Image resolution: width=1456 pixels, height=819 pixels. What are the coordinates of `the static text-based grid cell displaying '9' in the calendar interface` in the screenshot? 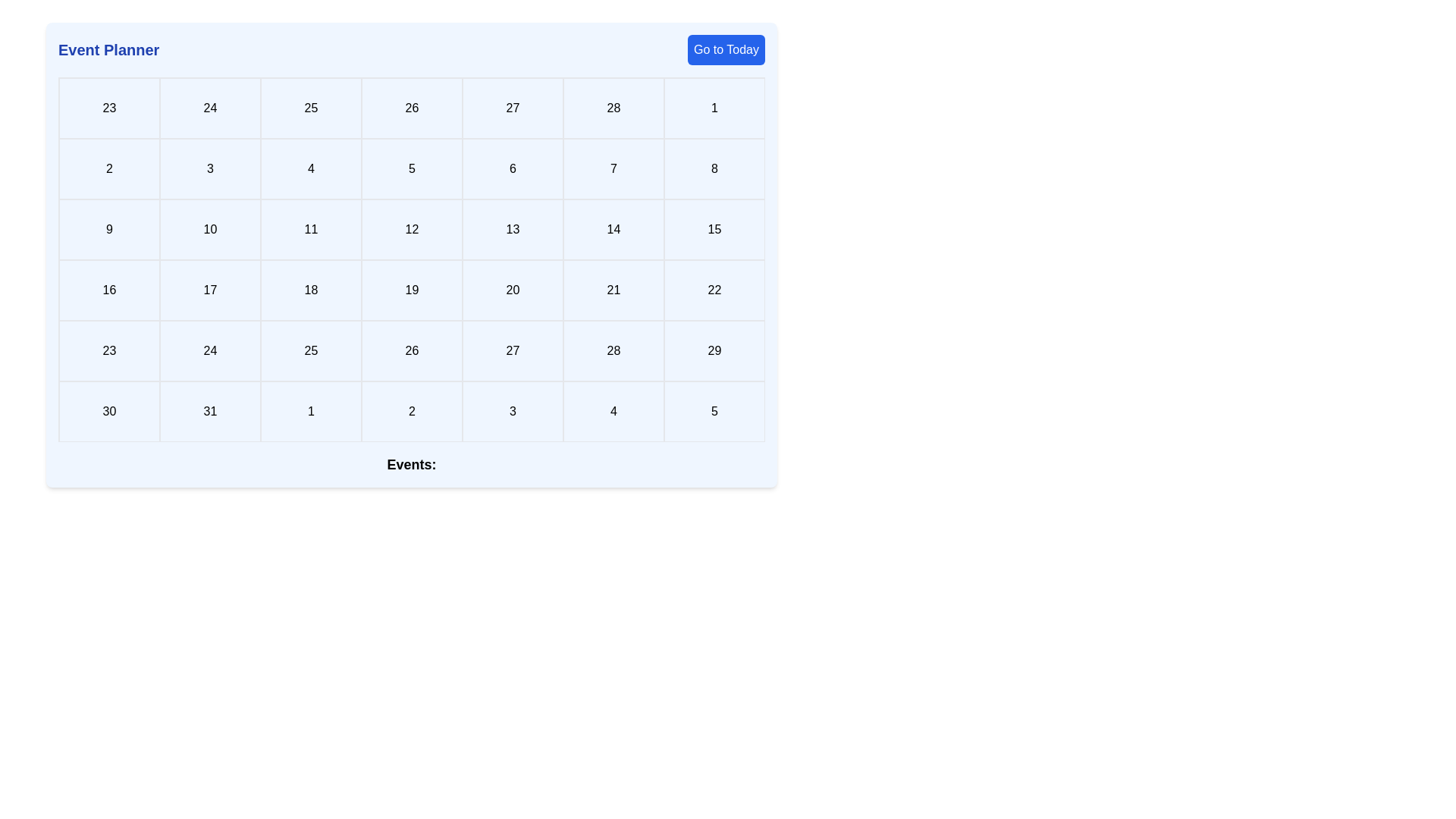 It's located at (108, 230).